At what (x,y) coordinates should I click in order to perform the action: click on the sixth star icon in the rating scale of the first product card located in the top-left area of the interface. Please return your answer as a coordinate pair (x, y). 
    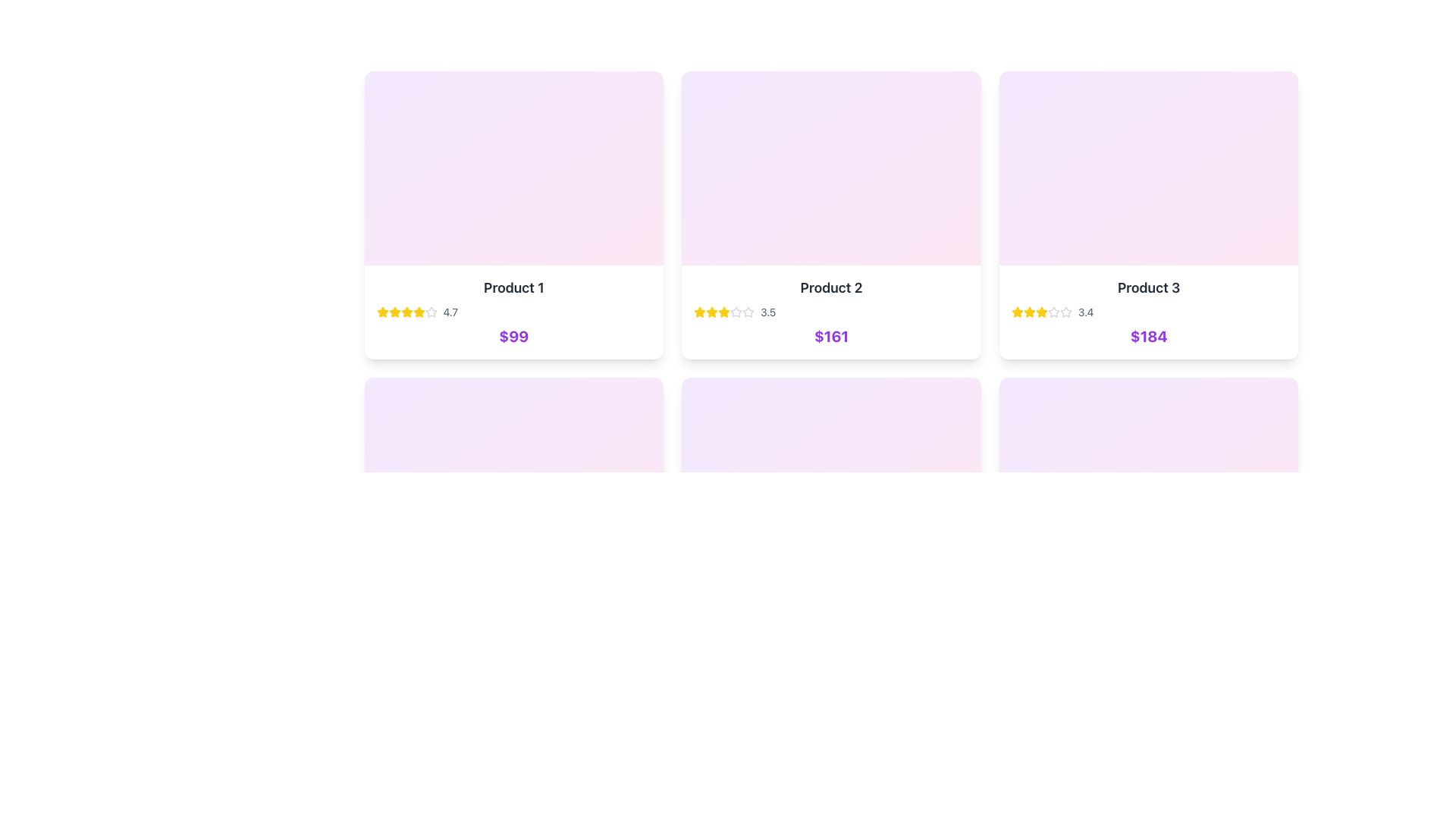
    Looking at the image, I should click on (430, 312).